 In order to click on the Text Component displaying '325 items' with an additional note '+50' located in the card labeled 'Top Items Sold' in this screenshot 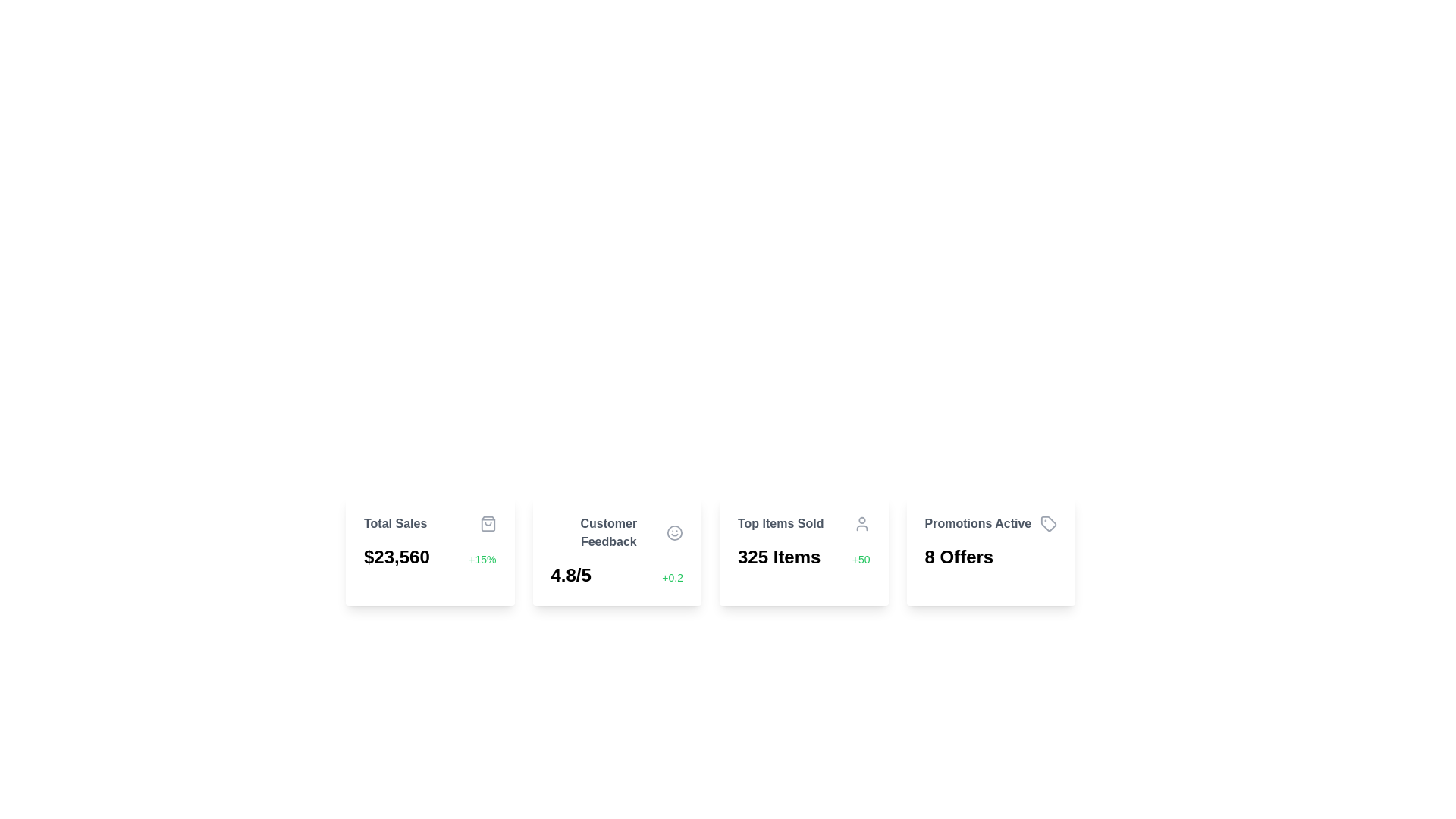, I will do `click(803, 557)`.